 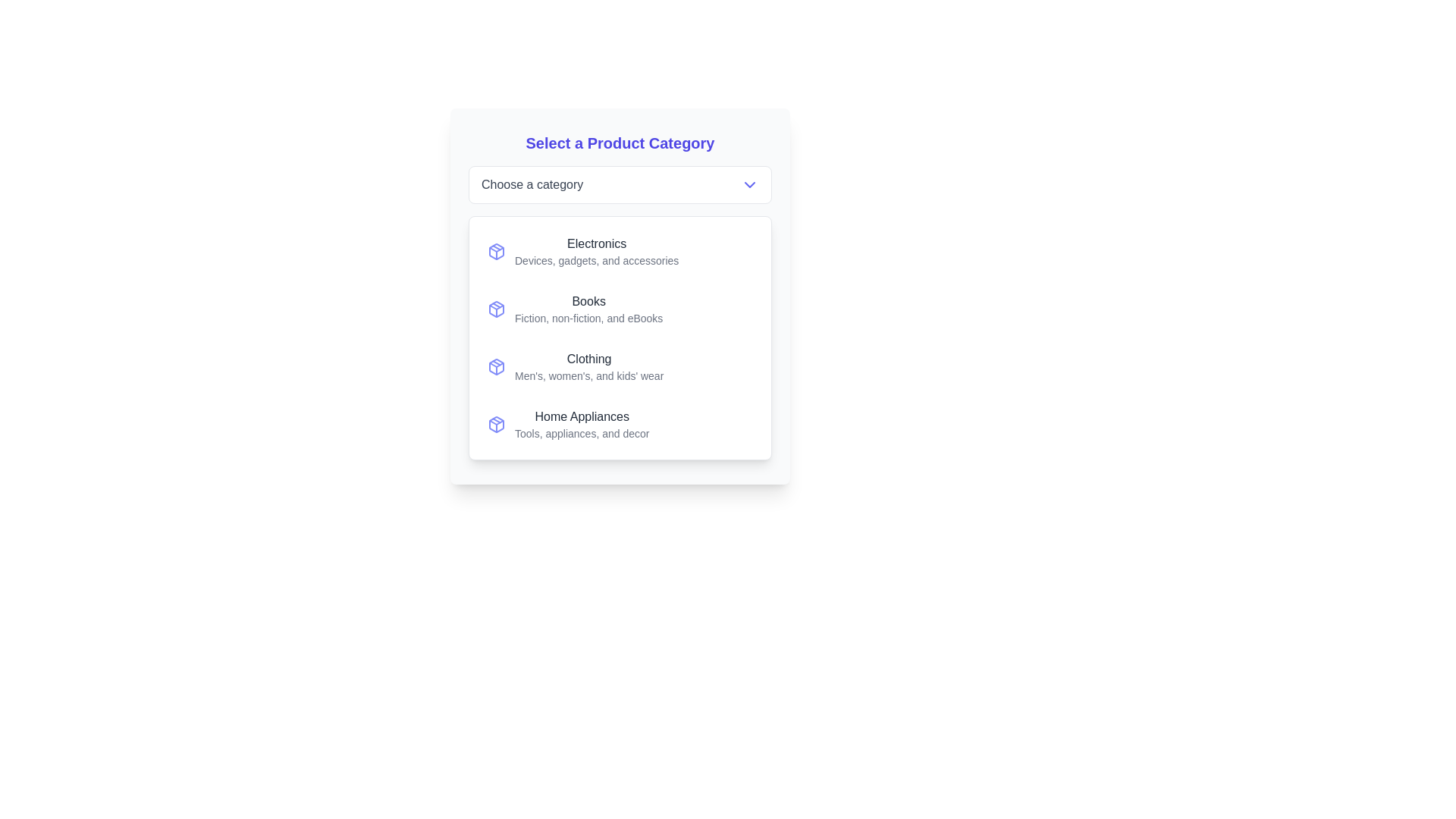 What do you see at coordinates (496, 309) in the screenshot?
I see `the 'Books' category icon located to the left of the 'Books' text in the product categories list` at bounding box center [496, 309].